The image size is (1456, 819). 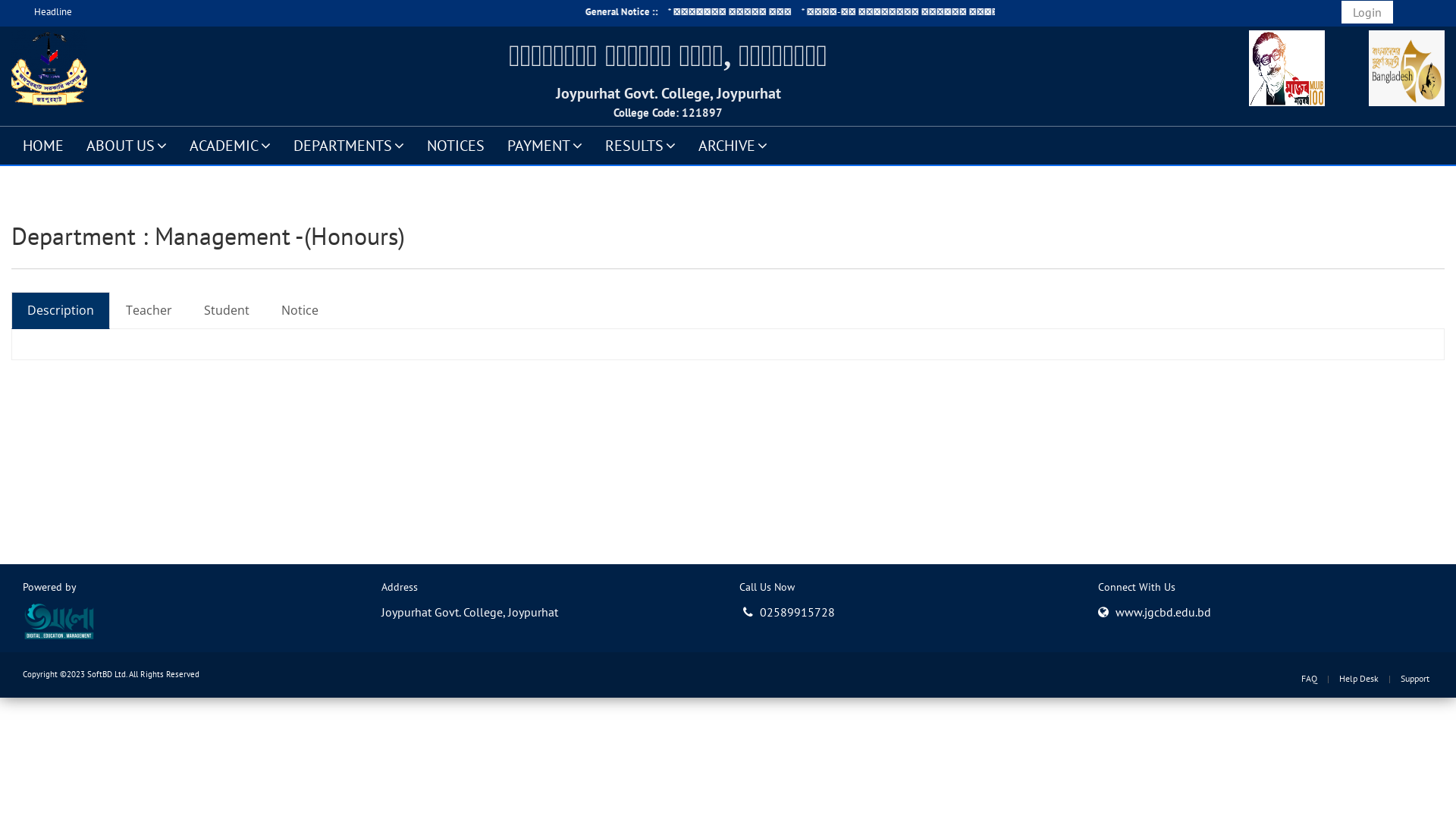 What do you see at coordinates (348, 145) in the screenshot?
I see `'DEPARTMENTS'` at bounding box center [348, 145].